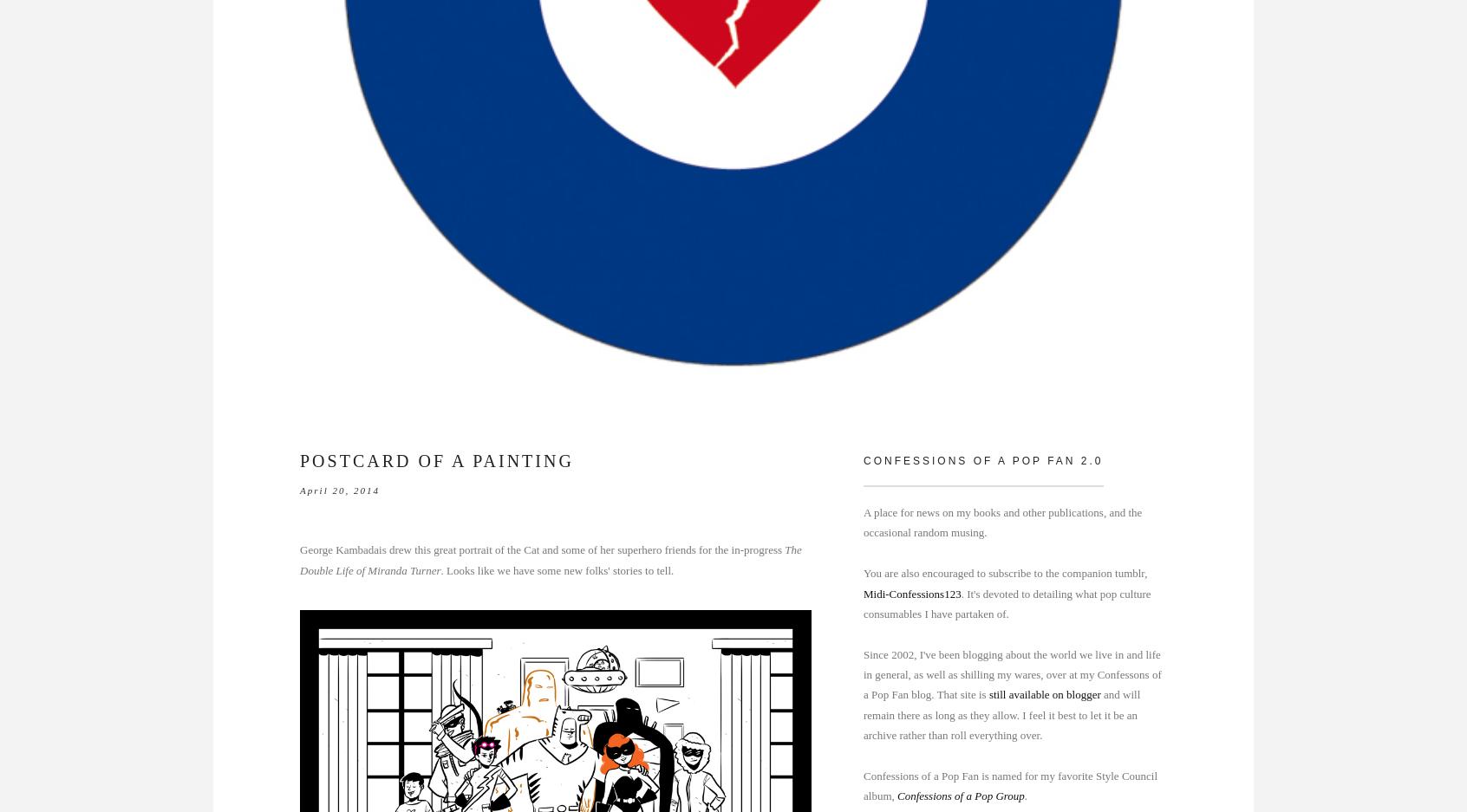 Image resolution: width=1467 pixels, height=812 pixels. What do you see at coordinates (910, 592) in the screenshot?
I see `'Midi-Confessions123'` at bounding box center [910, 592].